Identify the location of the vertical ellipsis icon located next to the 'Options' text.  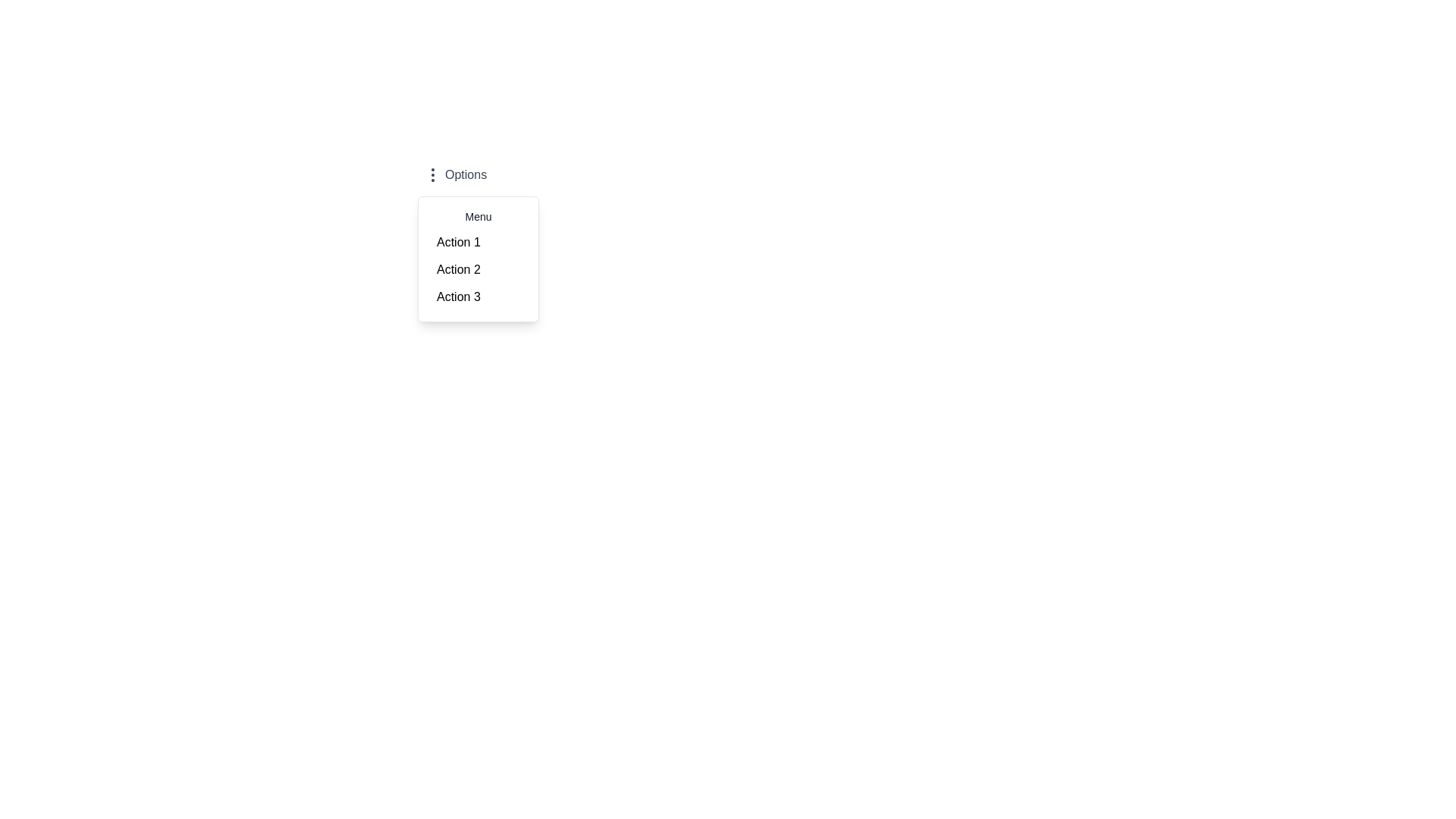
(432, 174).